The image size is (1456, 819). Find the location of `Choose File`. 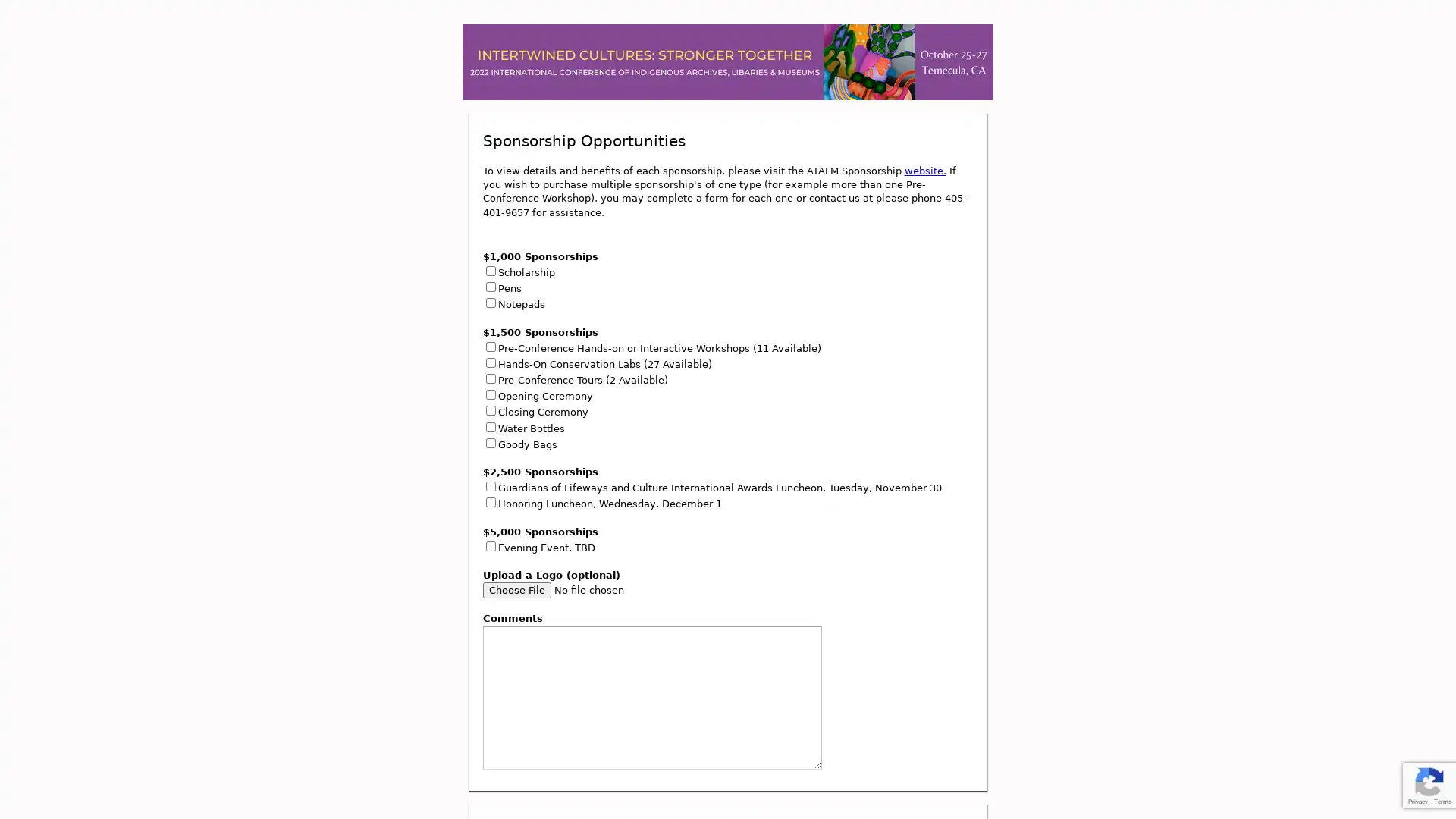

Choose File is located at coordinates (516, 589).